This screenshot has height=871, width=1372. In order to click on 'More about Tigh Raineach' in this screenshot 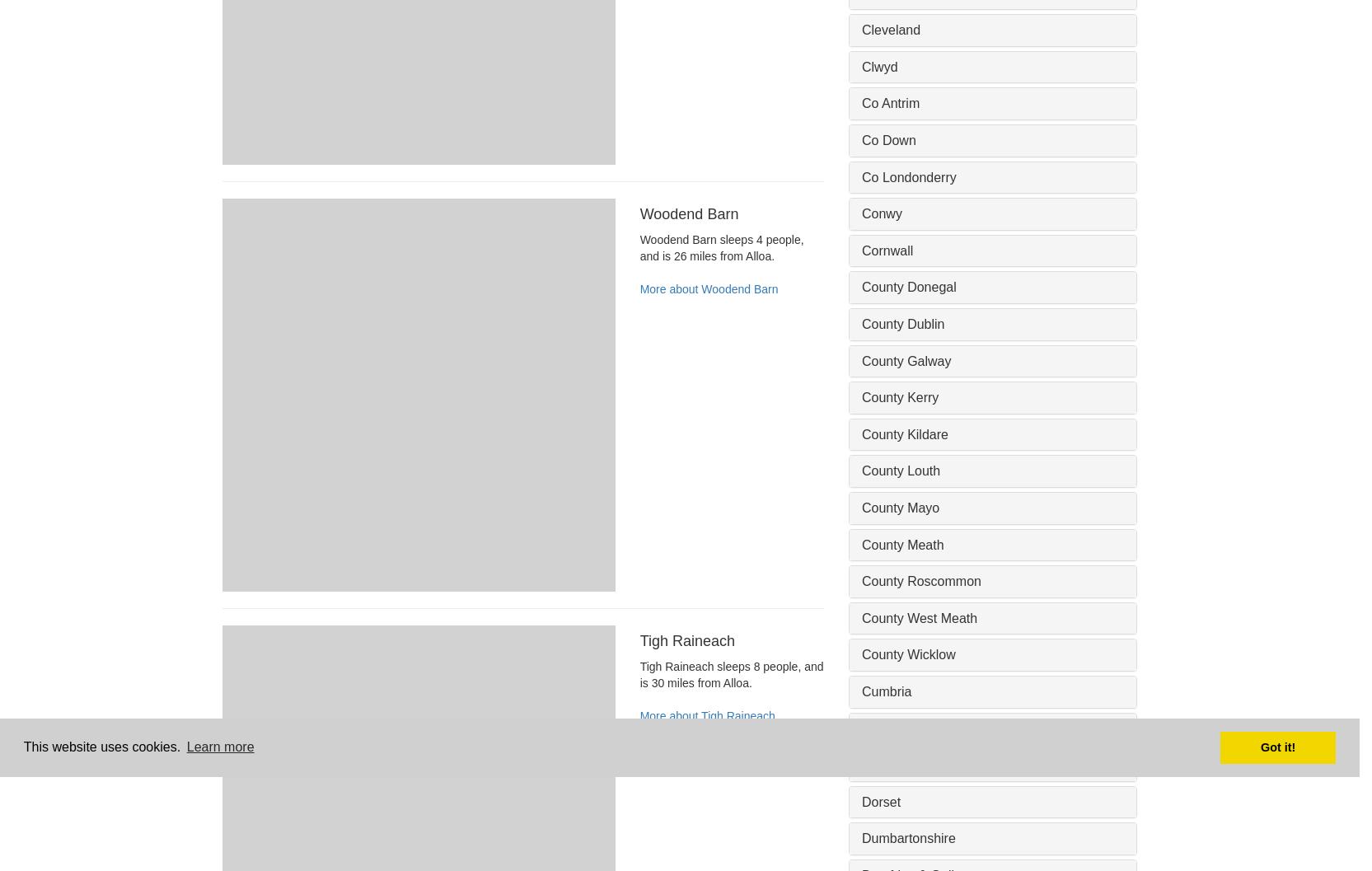, I will do `click(706, 714)`.